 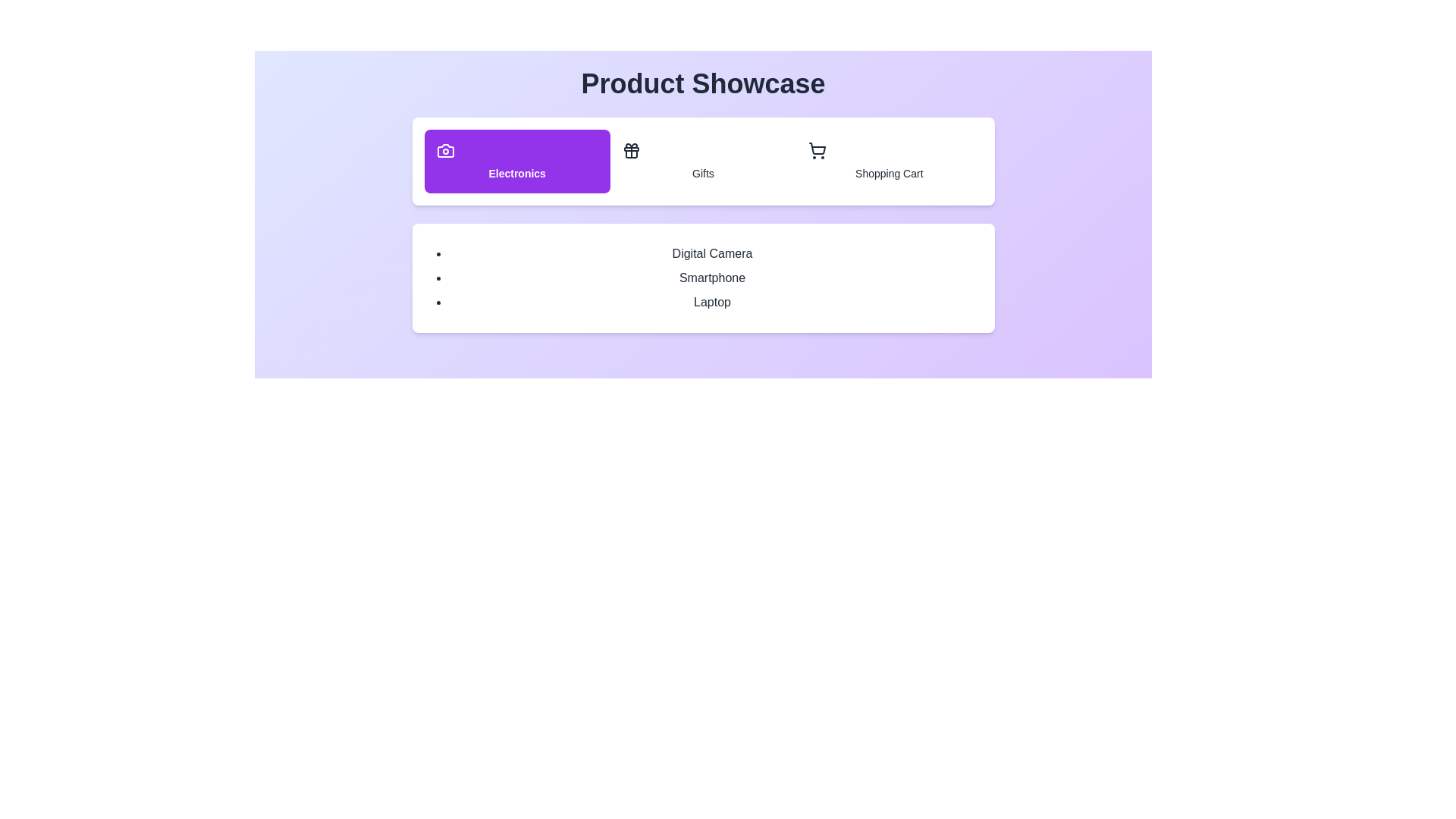 I want to click on the 'Shopping Cart' button, which is the third button in a group of three horizontally aligned buttons, so click(x=888, y=161).